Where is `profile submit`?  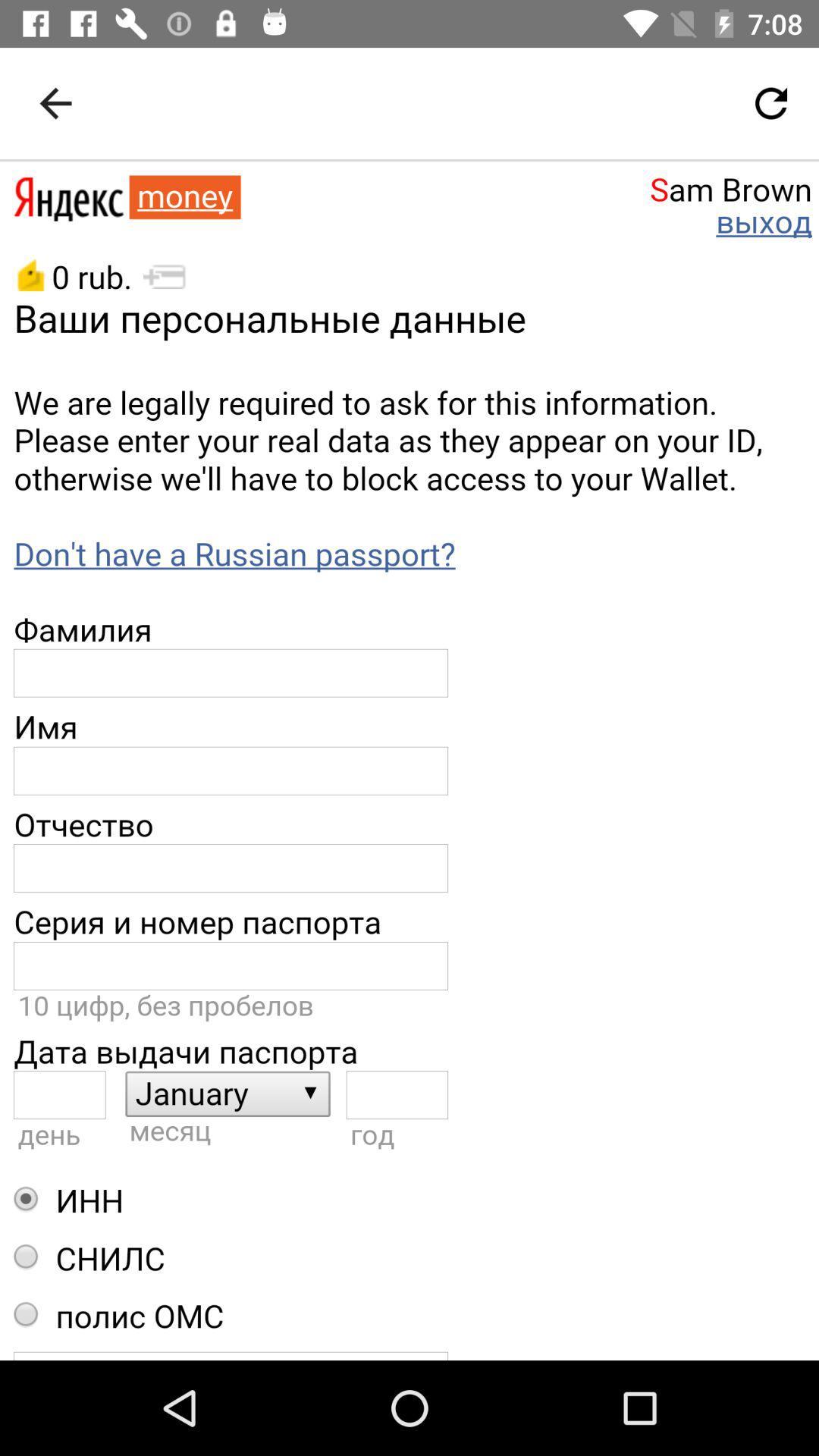
profile submit is located at coordinates (409, 761).